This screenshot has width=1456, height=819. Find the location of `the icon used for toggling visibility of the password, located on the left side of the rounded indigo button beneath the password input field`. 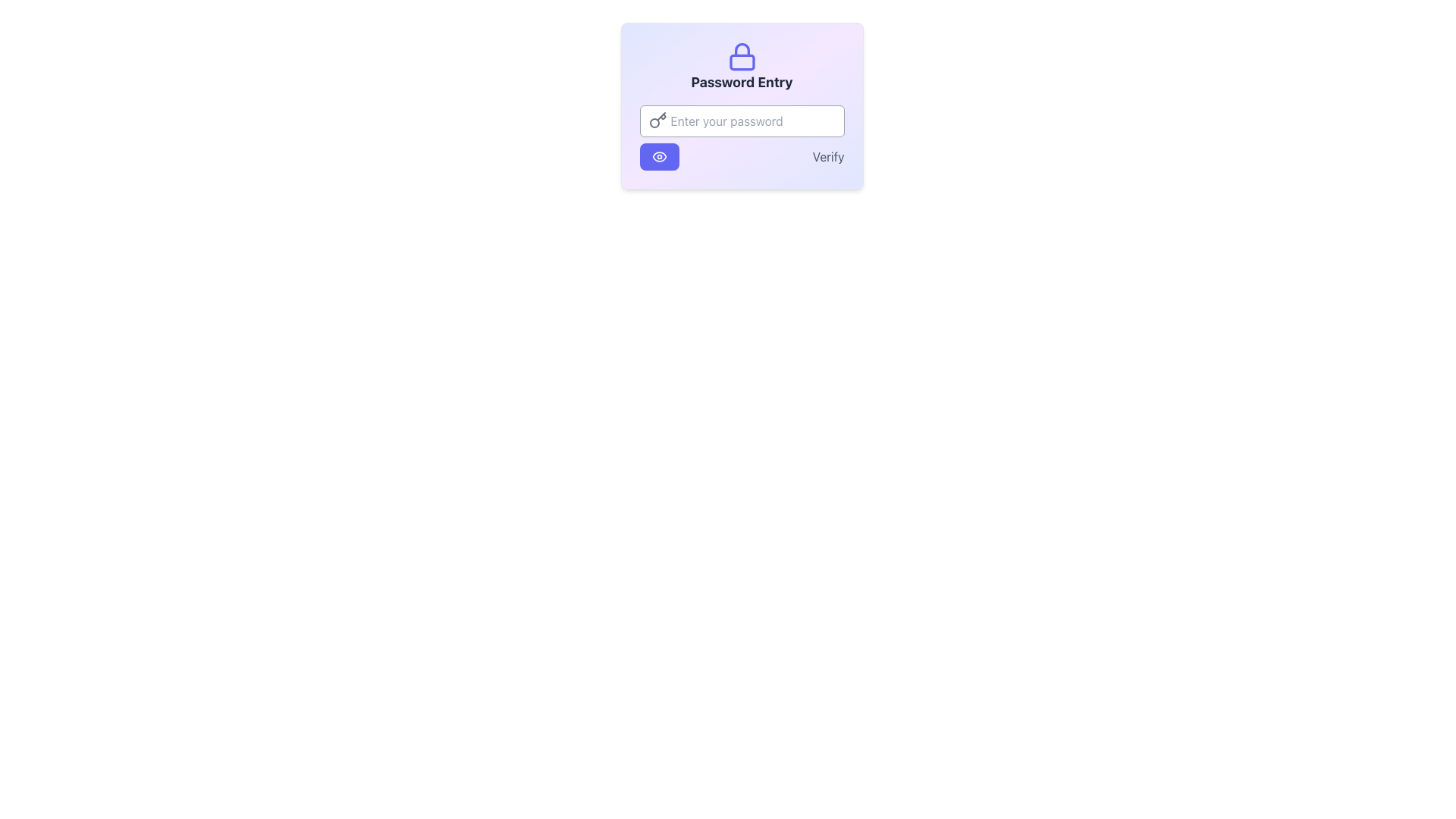

the icon used for toggling visibility of the password, located on the left side of the rounded indigo button beneath the password input field is located at coordinates (659, 157).